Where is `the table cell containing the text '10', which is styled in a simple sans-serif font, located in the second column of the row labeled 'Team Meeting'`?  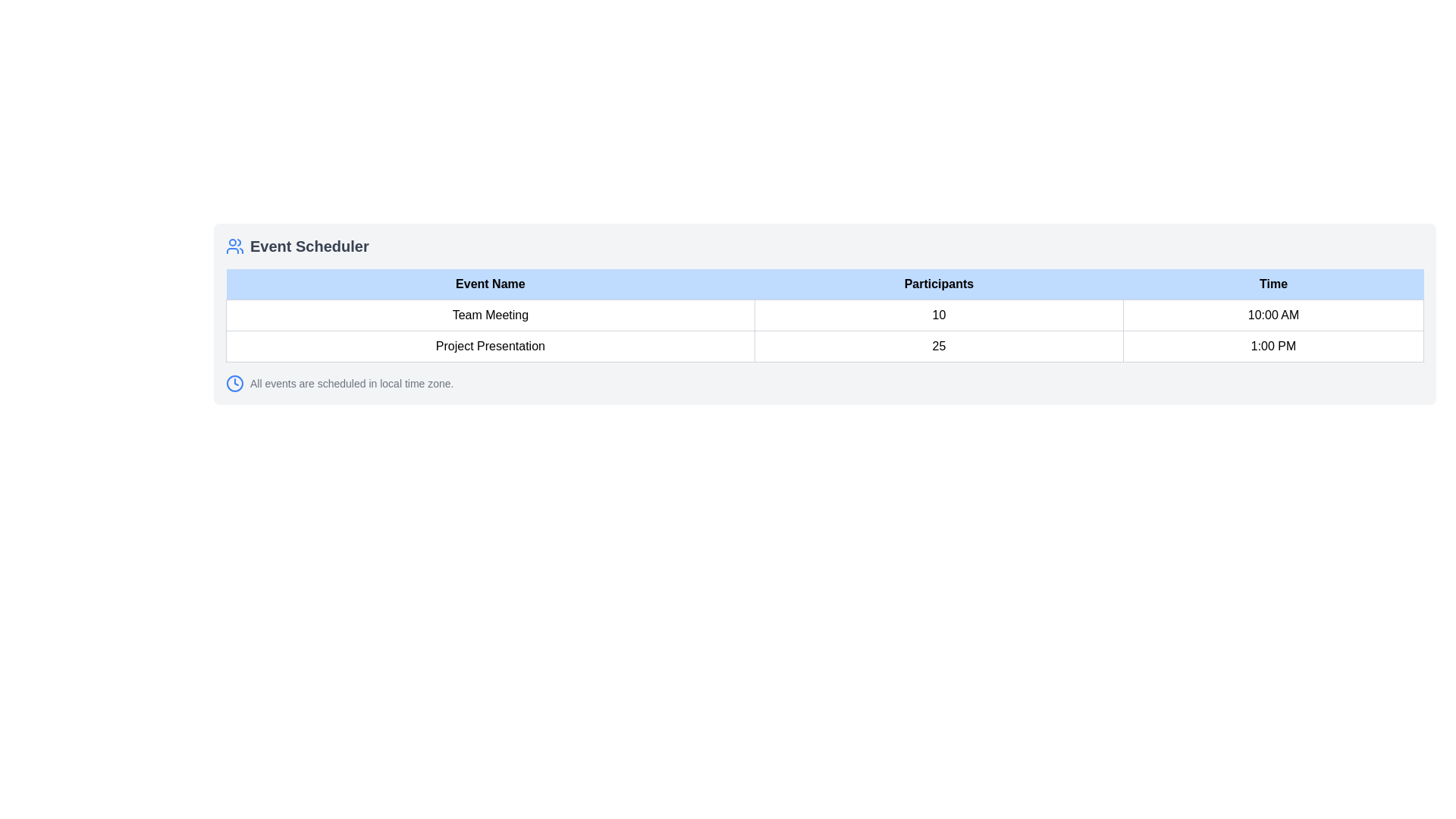 the table cell containing the text '10', which is styled in a simple sans-serif font, located in the second column of the row labeled 'Team Meeting' is located at coordinates (938, 315).